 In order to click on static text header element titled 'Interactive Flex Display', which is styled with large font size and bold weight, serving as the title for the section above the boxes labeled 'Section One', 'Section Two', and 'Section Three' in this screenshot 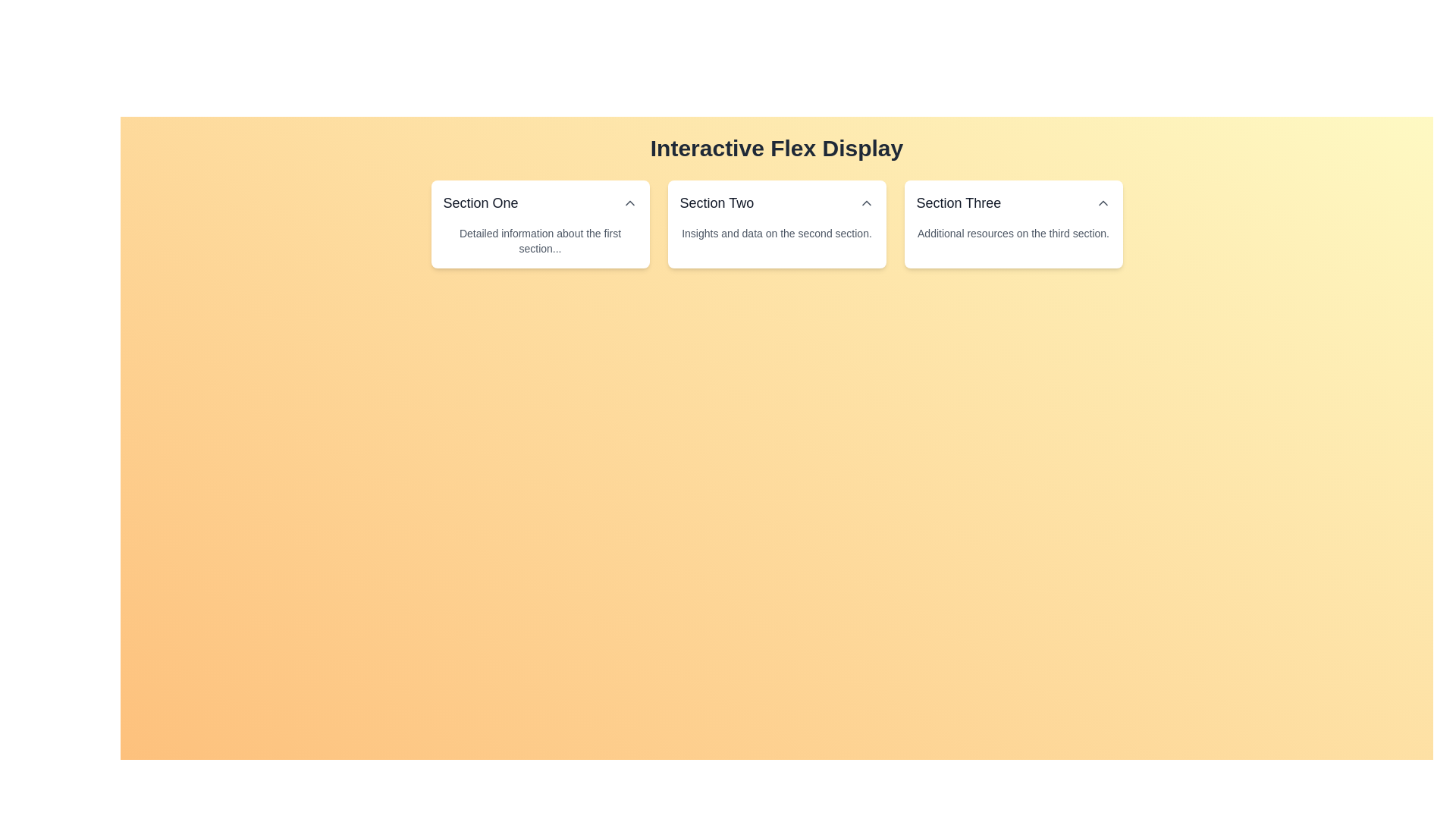, I will do `click(777, 149)`.